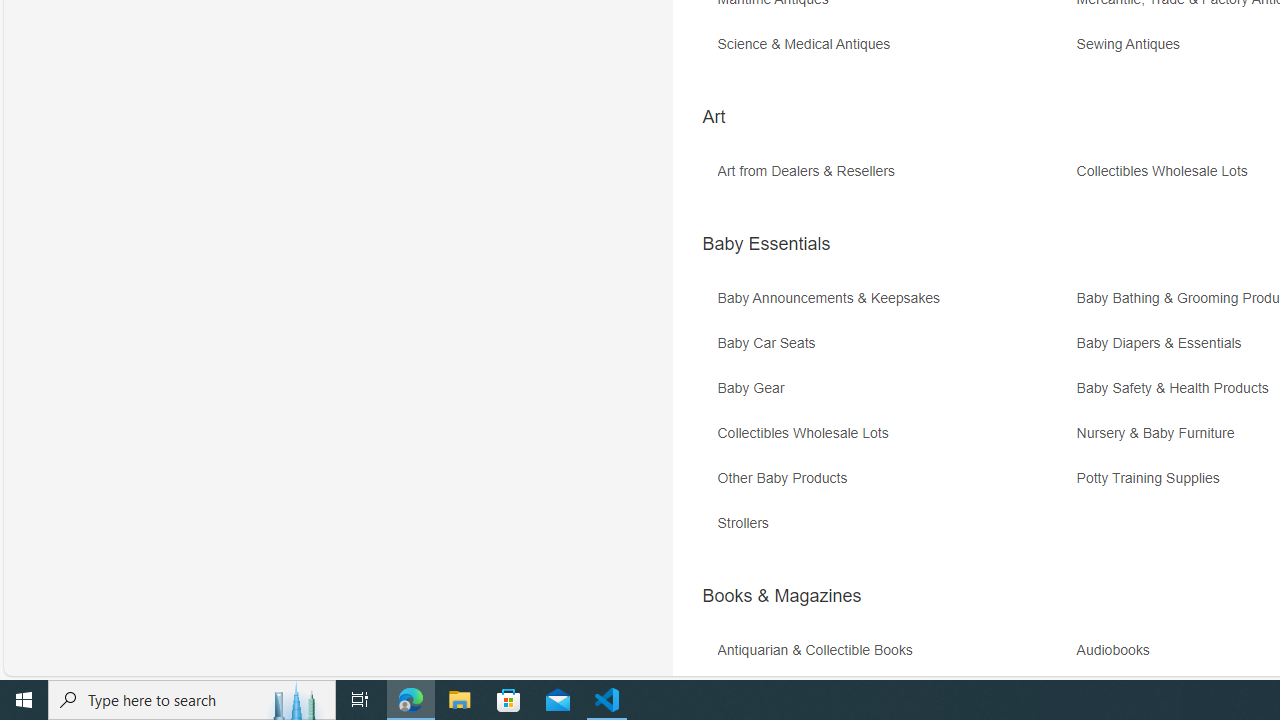 The image size is (1280, 720). I want to click on 'Collectibles Wholesale Lots', so click(893, 439).